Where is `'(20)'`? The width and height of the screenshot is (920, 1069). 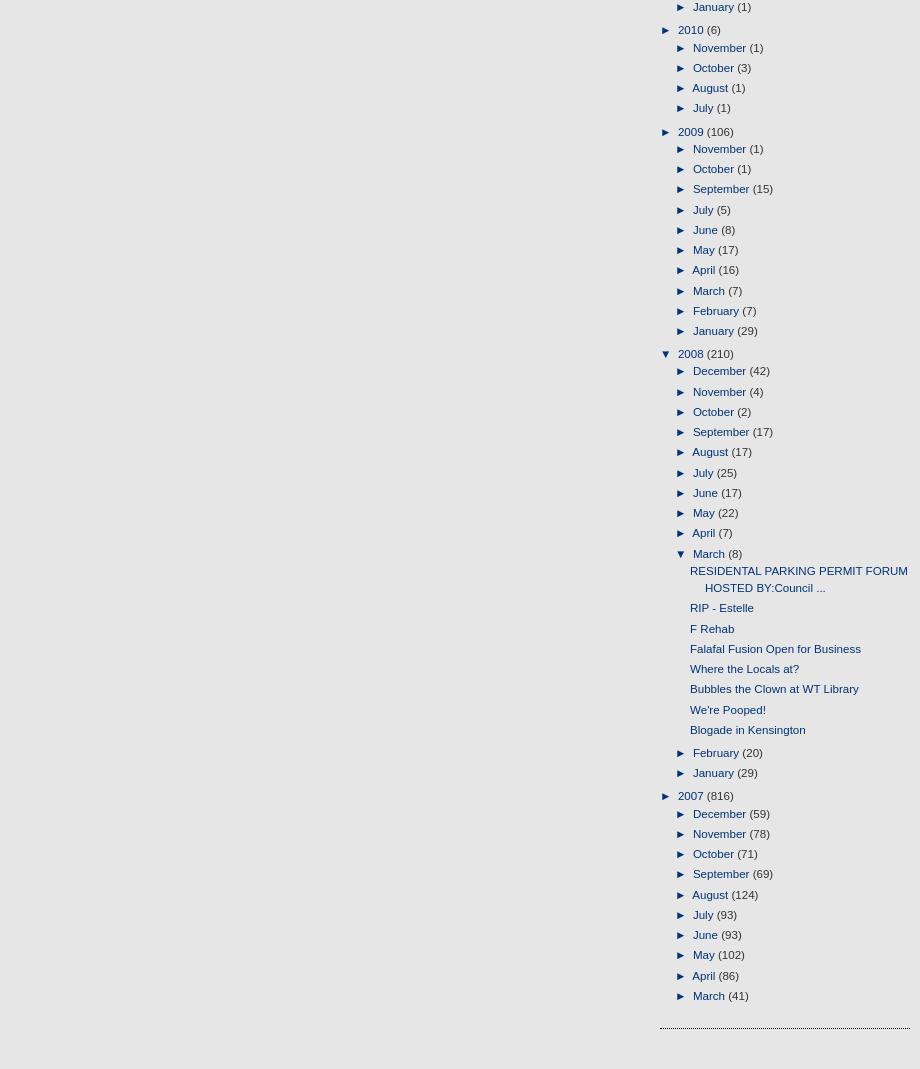
'(20)' is located at coordinates (752, 753).